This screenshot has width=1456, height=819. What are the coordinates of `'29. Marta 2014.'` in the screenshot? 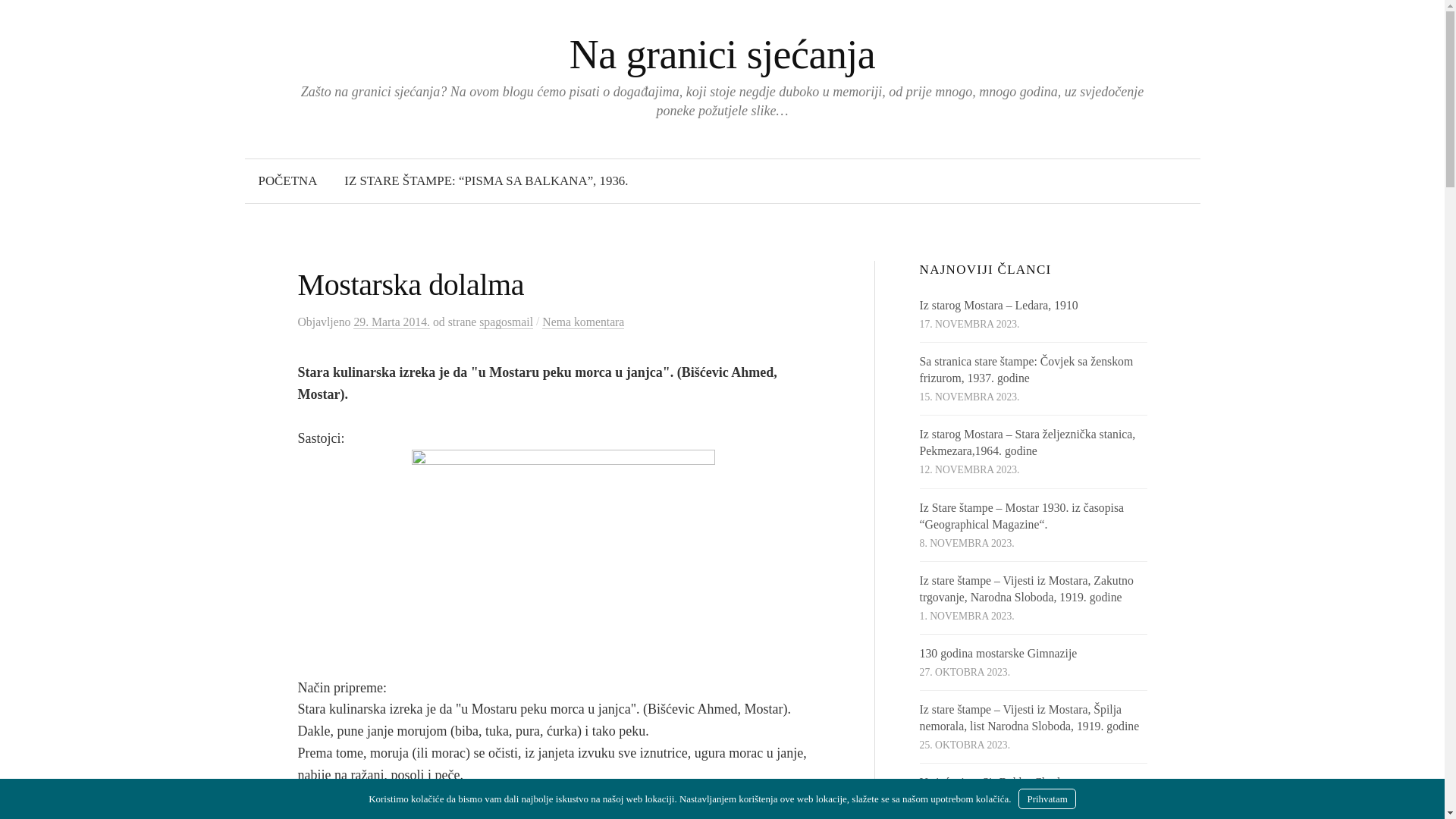 It's located at (391, 321).